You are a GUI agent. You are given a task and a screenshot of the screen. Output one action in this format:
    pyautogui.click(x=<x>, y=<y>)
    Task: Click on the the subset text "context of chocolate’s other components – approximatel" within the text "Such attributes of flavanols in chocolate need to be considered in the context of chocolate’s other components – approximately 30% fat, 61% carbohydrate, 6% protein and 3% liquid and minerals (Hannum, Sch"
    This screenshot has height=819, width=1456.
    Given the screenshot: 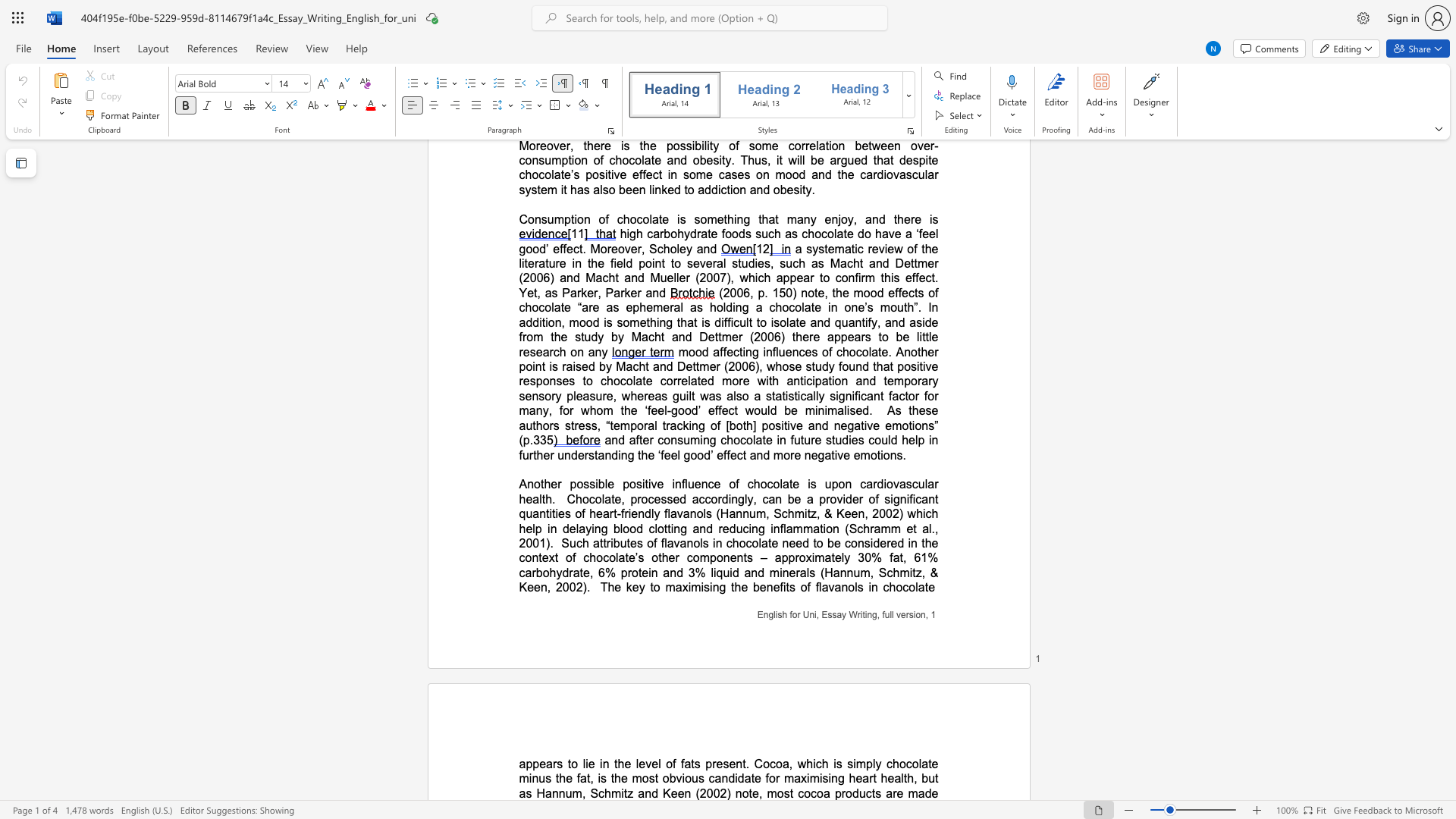 What is the action you would take?
    pyautogui.click(x=519, y=557)
    